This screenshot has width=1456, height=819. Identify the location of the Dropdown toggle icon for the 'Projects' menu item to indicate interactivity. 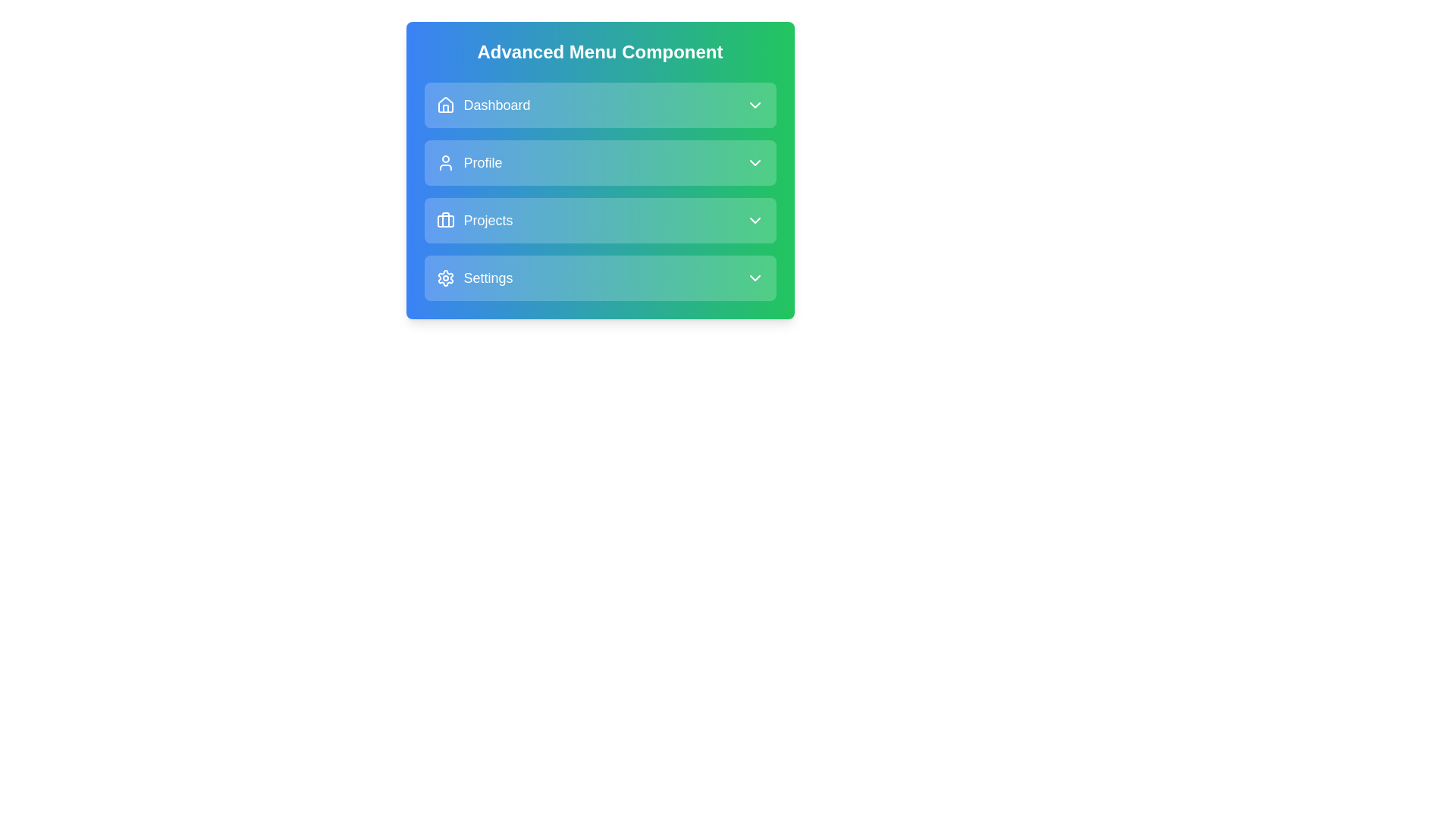
(755, 220).